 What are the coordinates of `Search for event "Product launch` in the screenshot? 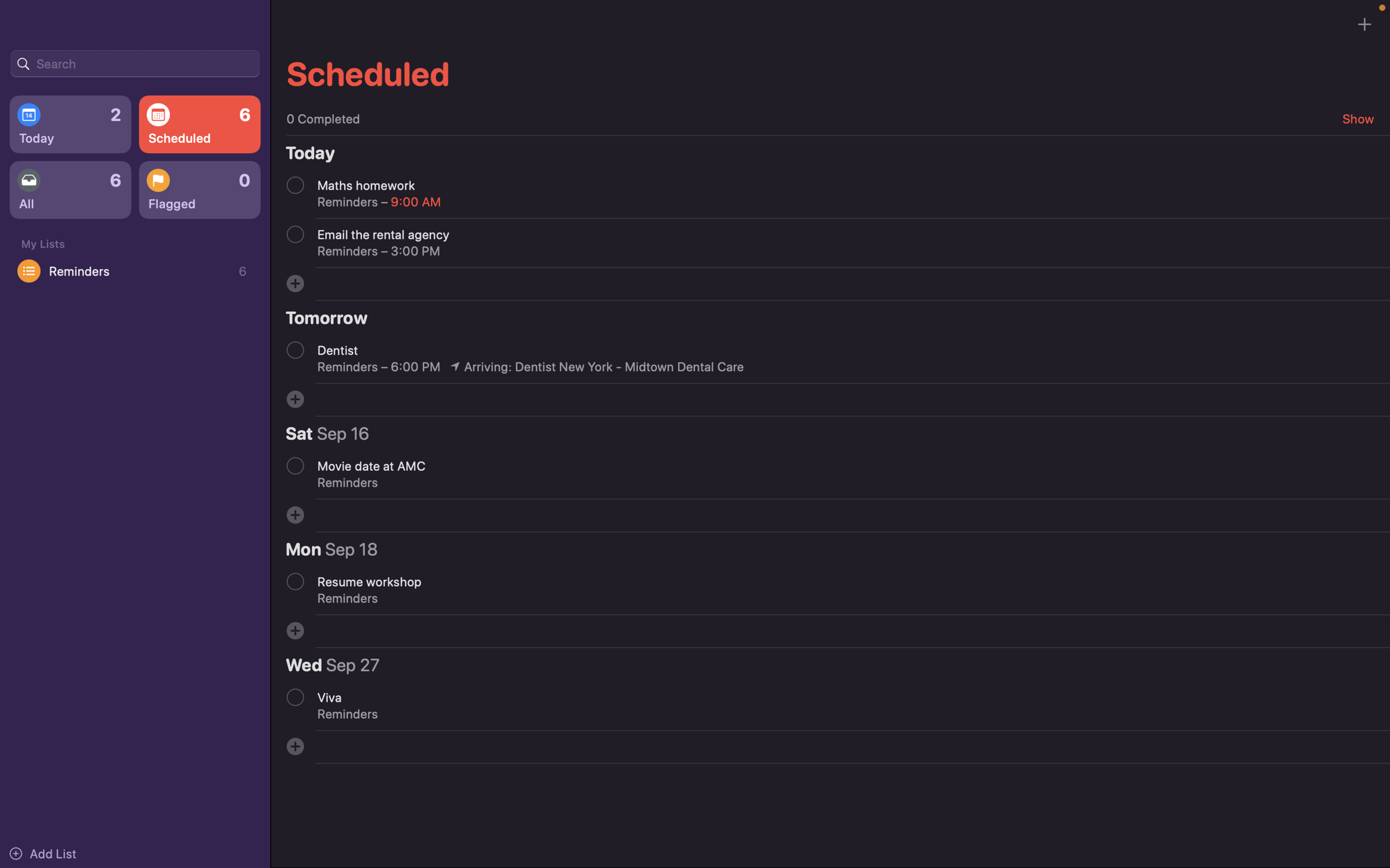 It's located at (134, 62).